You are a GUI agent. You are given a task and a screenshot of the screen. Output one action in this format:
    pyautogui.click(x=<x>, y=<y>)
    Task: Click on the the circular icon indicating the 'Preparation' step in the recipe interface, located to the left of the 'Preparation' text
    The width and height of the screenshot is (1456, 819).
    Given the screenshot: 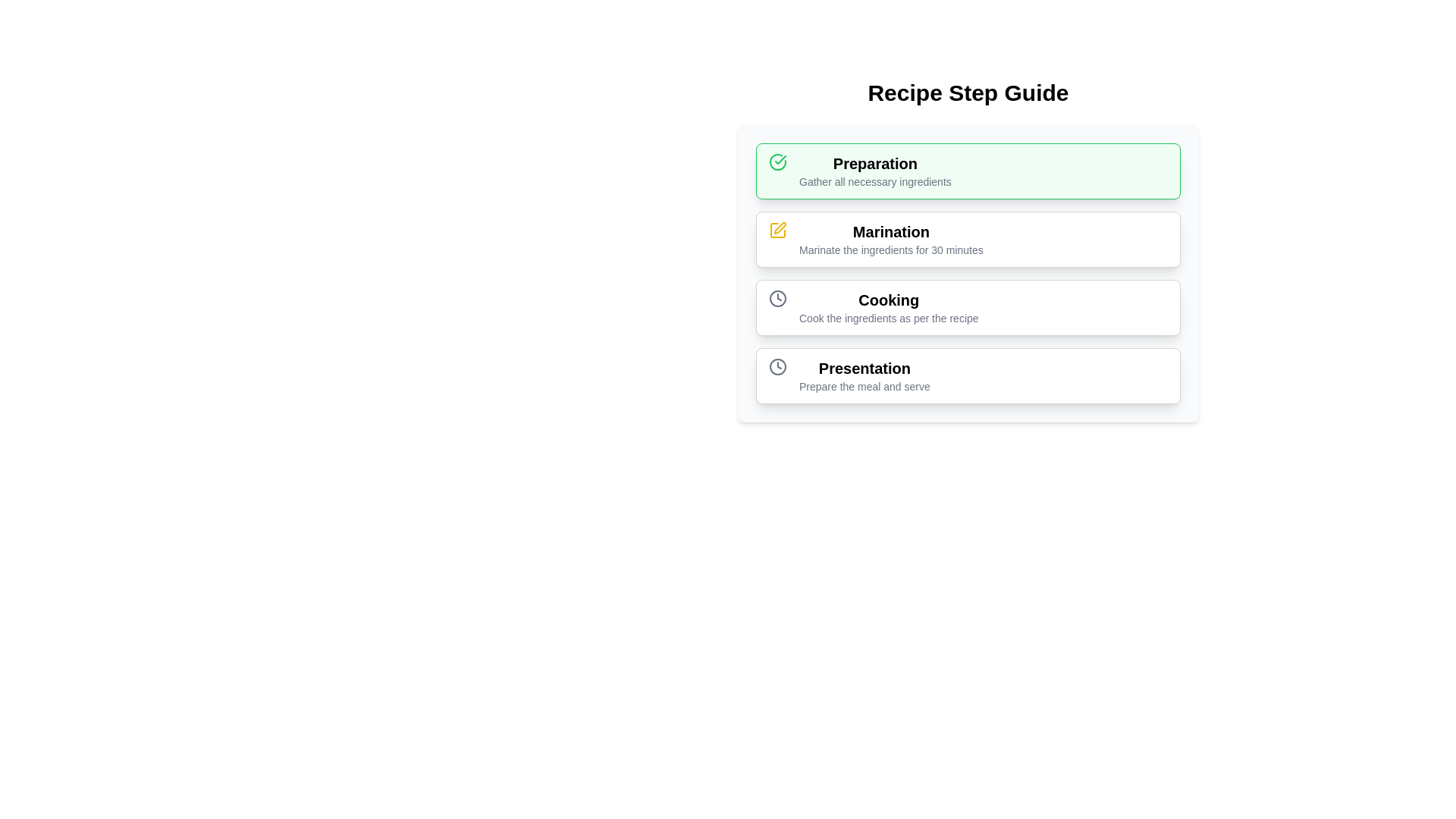 What is the action you would take?
    pyautogui.click(x=780, y=160)
    